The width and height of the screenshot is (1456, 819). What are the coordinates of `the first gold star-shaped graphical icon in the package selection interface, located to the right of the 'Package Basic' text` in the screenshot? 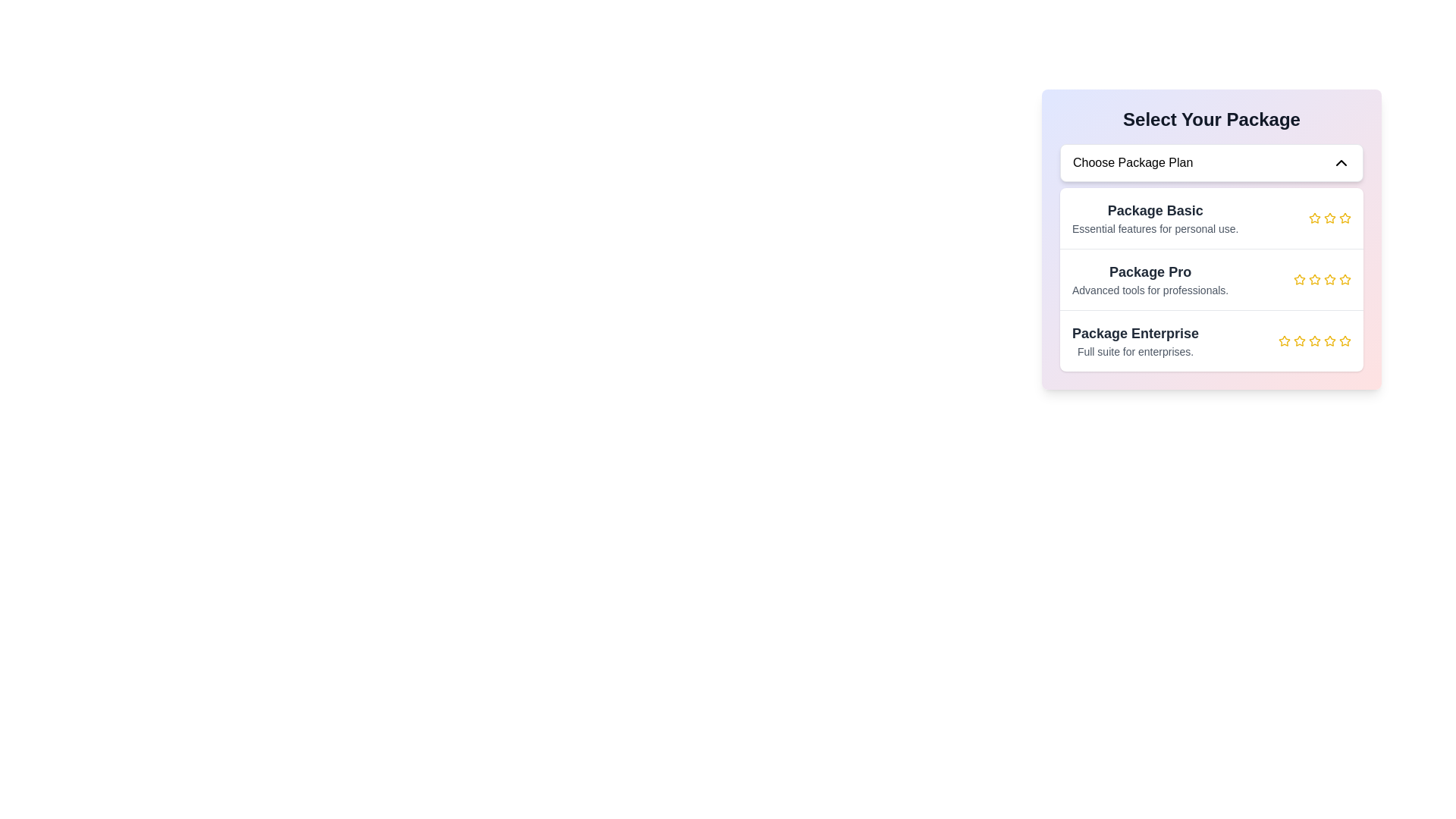 It's located at (1345, 218).